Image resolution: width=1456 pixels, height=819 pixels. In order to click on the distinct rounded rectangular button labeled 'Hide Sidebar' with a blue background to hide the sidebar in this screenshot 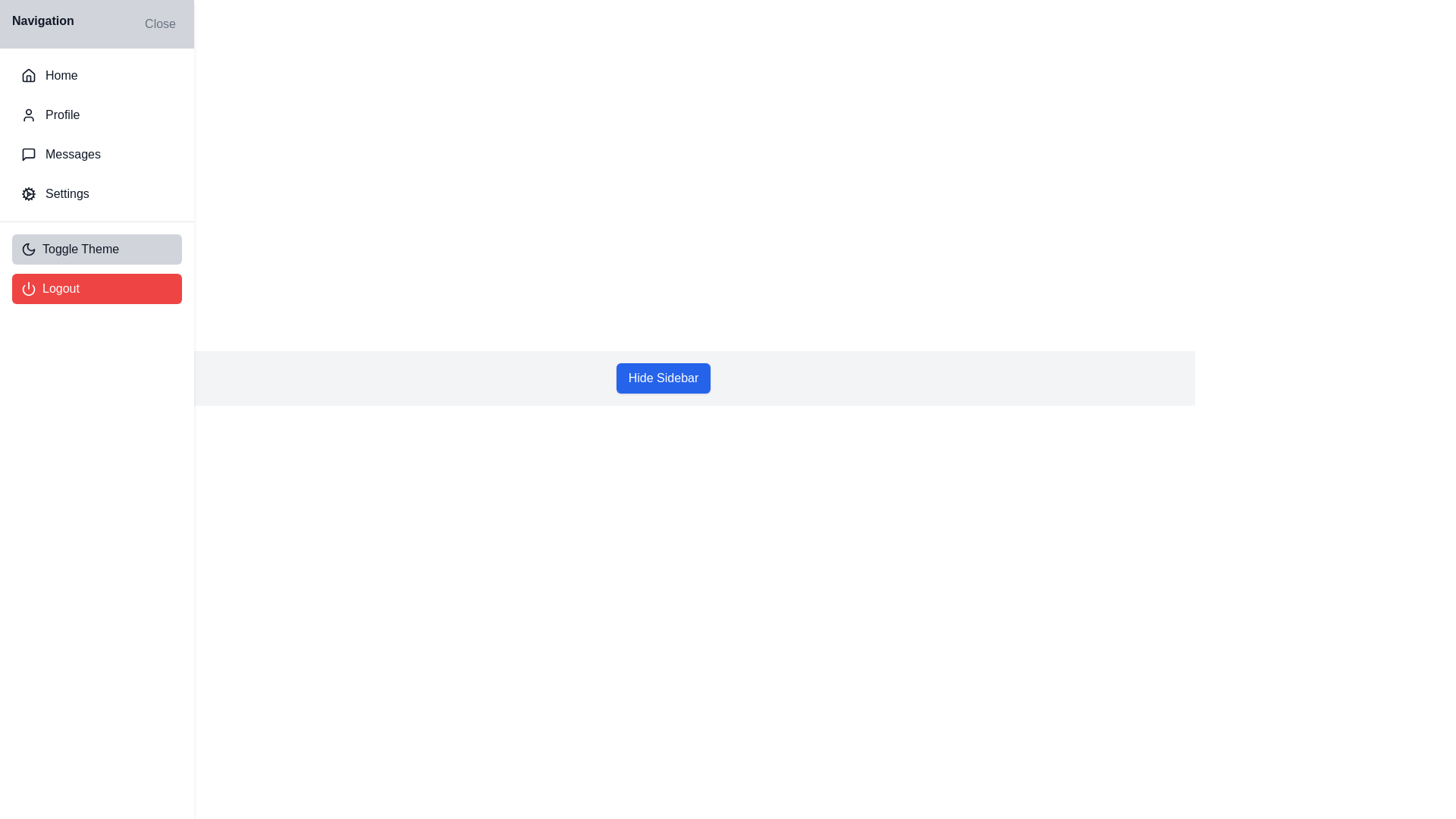, I will do `click(663, 377)`.